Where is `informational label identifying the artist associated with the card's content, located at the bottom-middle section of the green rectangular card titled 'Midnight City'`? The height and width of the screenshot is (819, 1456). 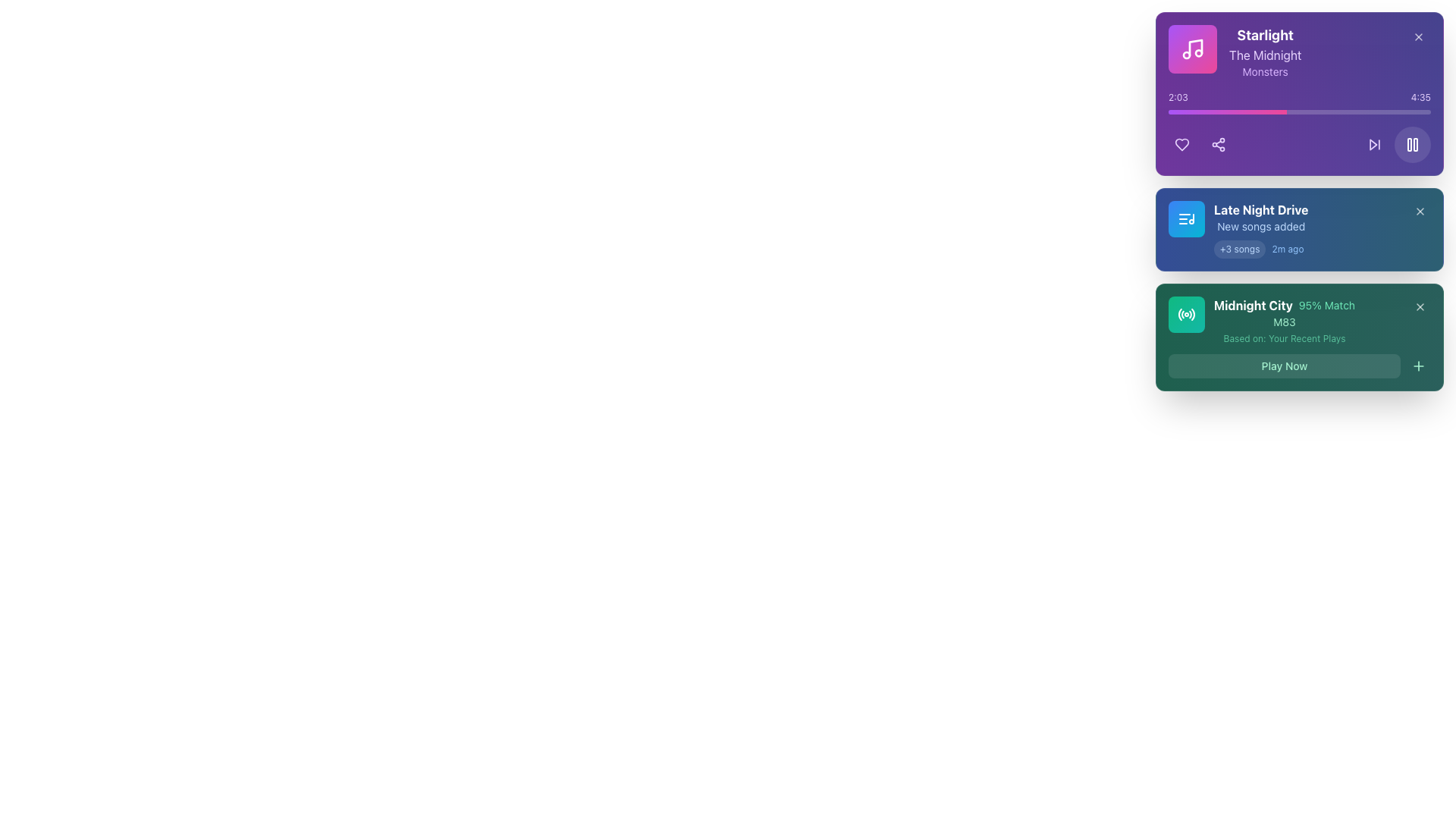 informational label identifying the artist associated with the card's content, located at the bottom-middle section of the green rectangular card titled 'Midnight City' is located at coordinates (1284, 321).